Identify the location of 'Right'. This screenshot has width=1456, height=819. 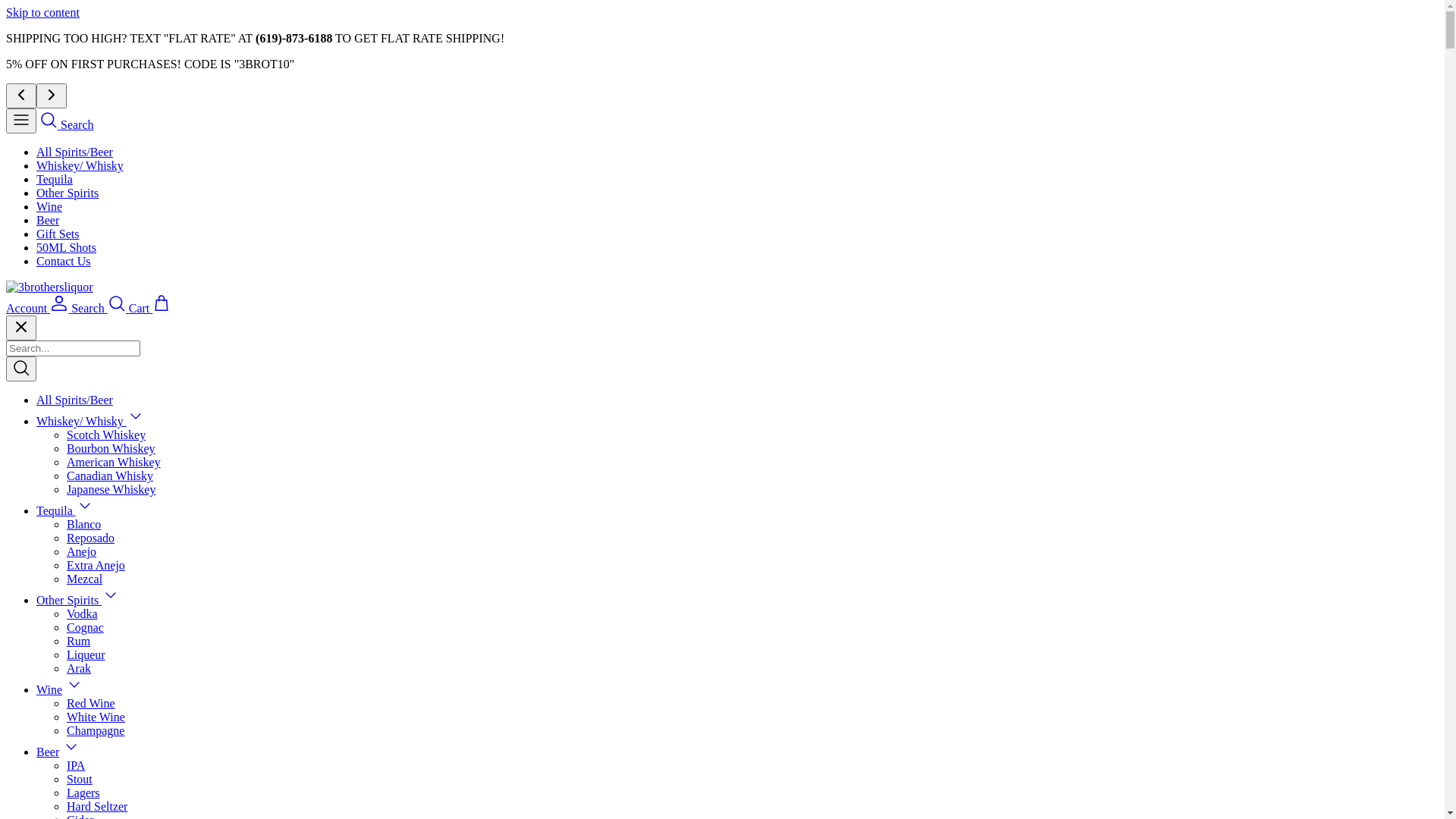
(51, 96).